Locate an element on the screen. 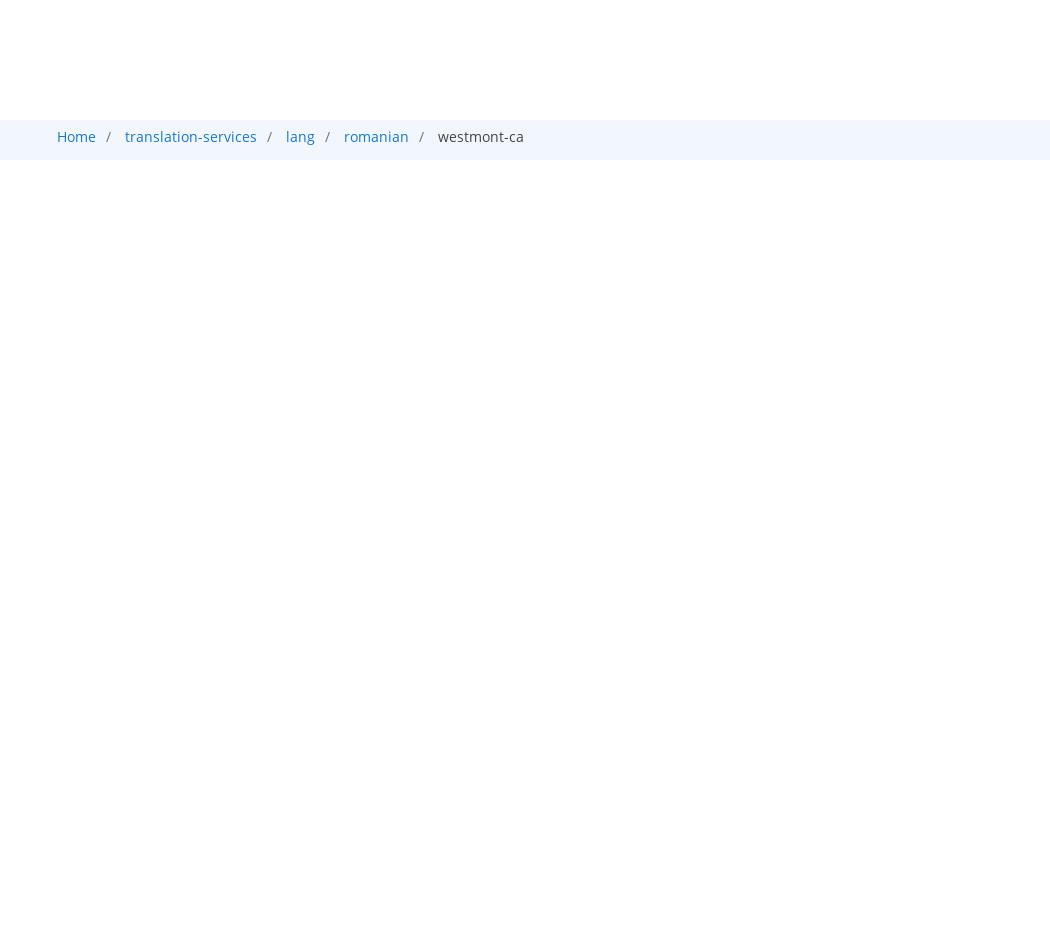 The width and height of the screenshot is (1050, 929). 'Captioning' is located at coordinates (596, 206).